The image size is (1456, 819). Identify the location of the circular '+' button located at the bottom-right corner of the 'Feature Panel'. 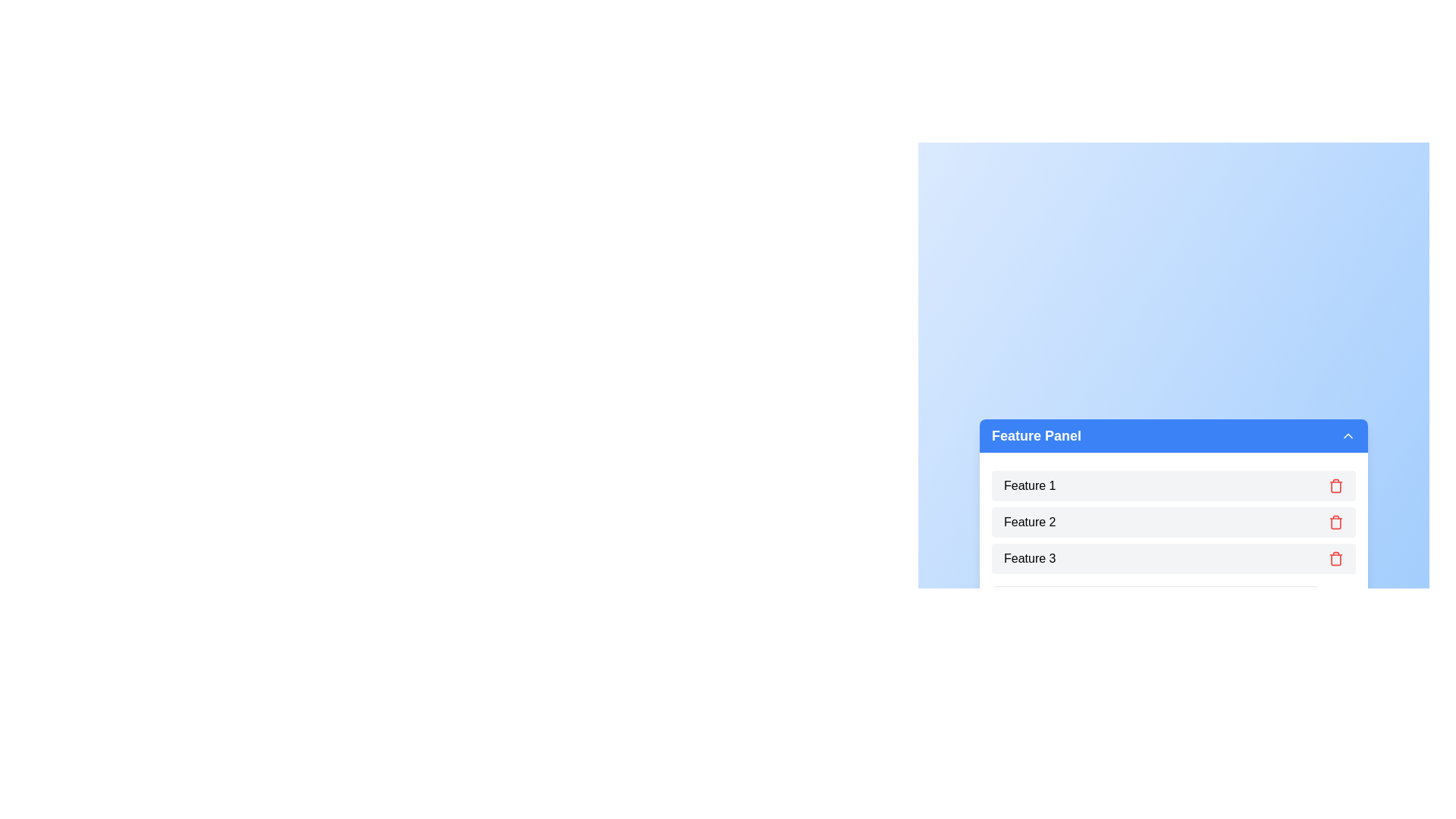
(1335, 601).